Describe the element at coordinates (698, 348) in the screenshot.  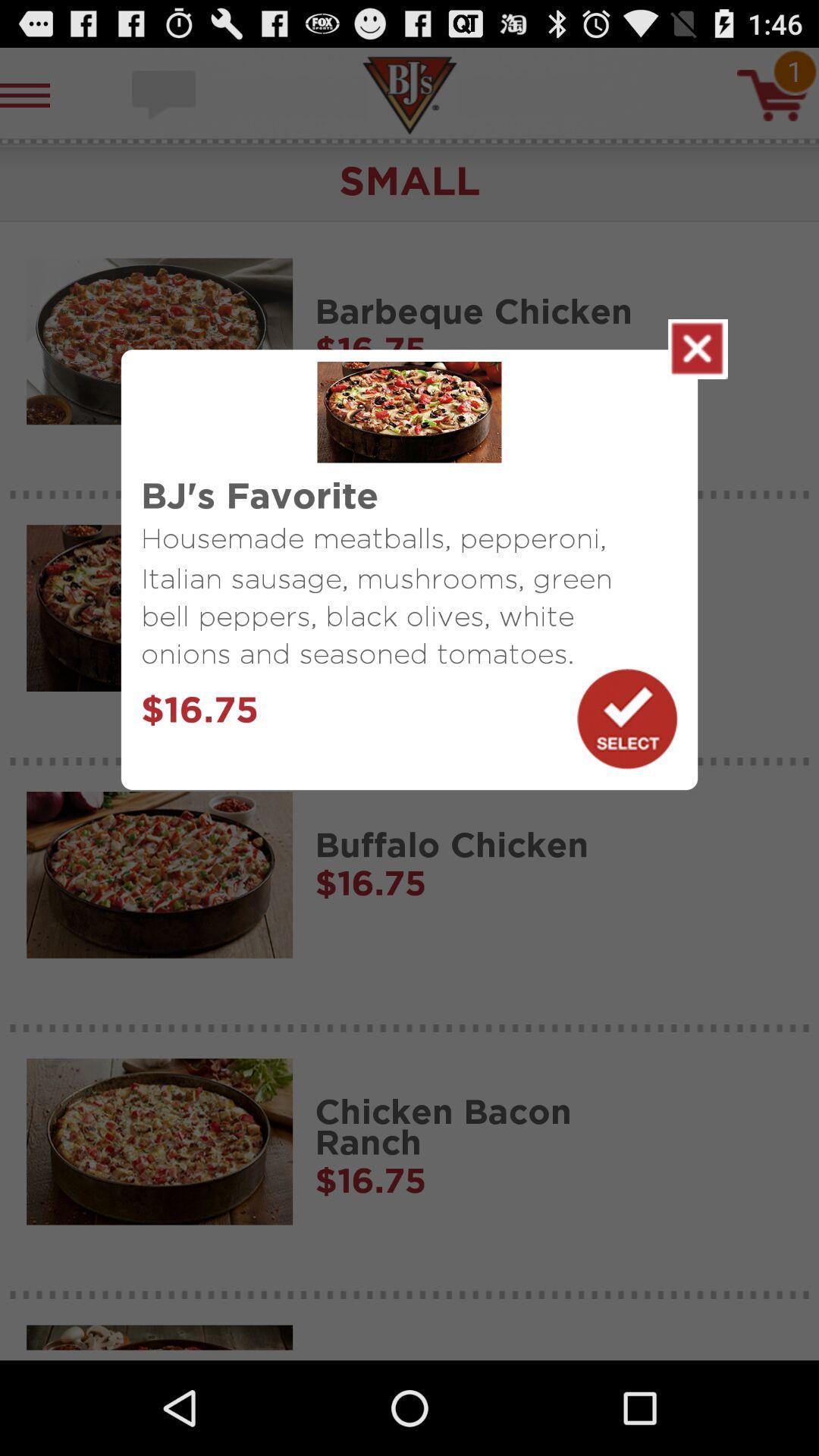
I see `item` at that location.